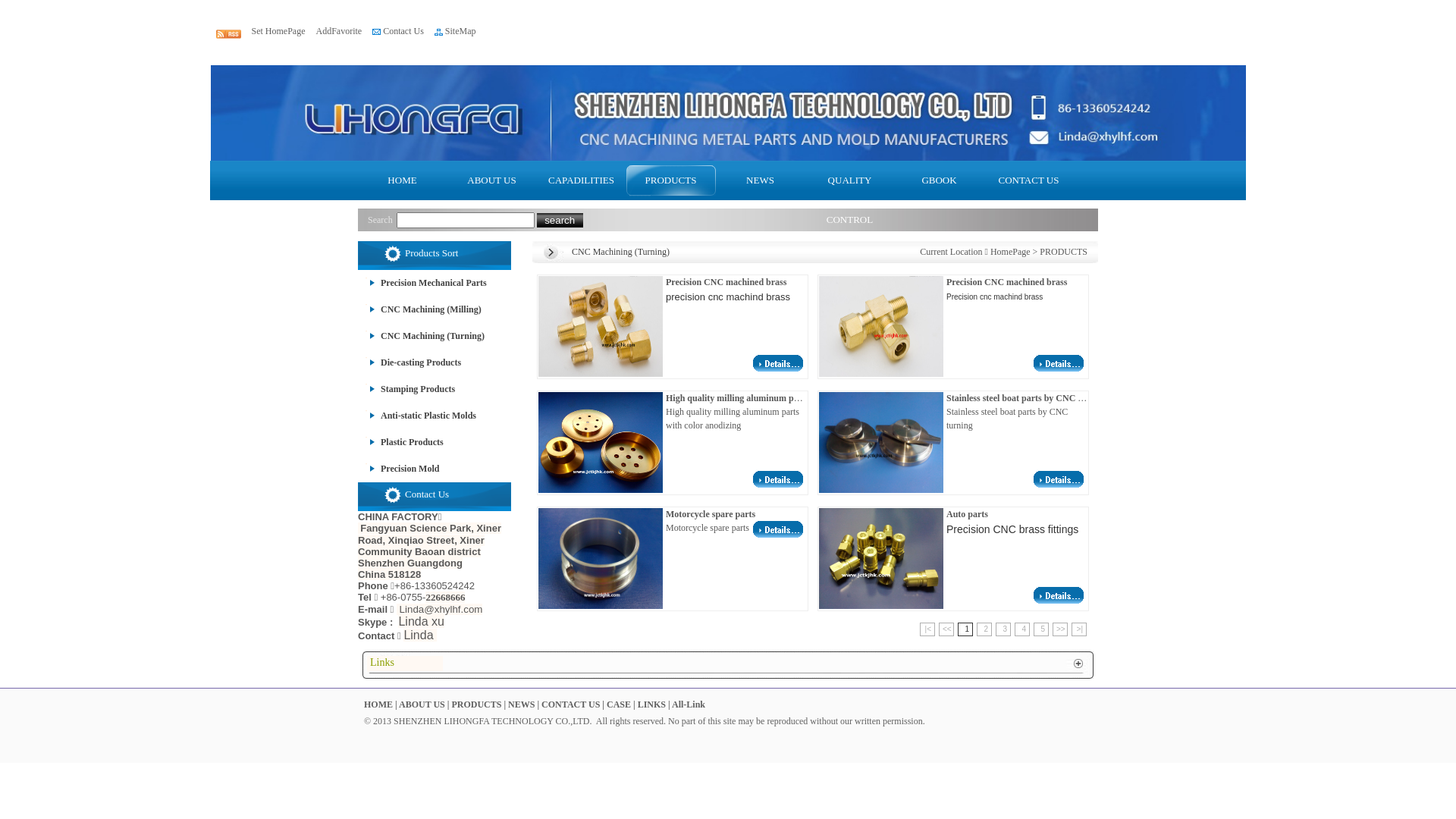 Image resolution: width=1456 pixels, height=819 pixels. Describe the element at coordinates (946, 629) in the screenshot. I see `'<<'` at that location.